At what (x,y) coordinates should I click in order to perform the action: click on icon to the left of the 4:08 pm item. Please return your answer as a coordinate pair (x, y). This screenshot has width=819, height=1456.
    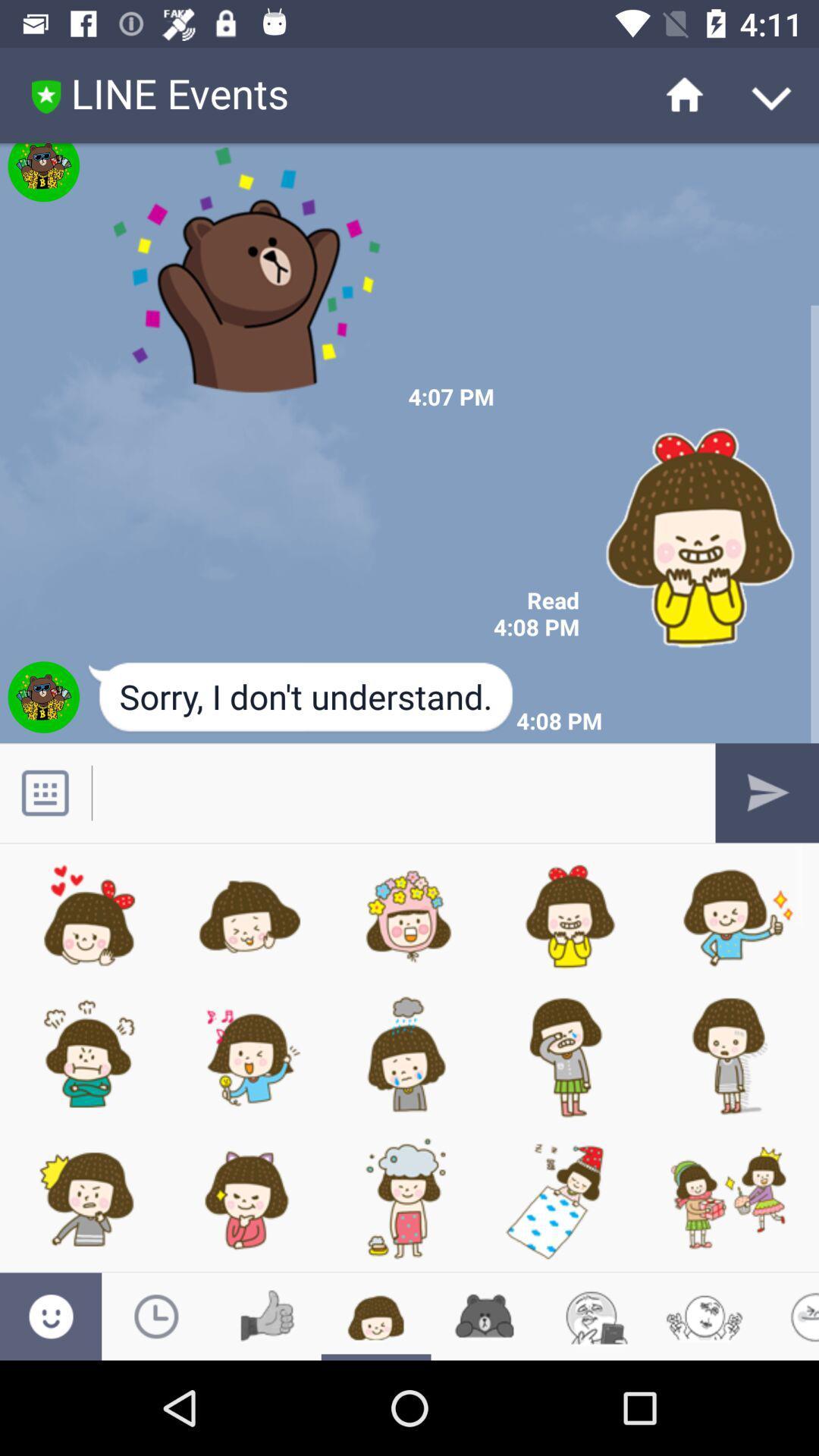
    Looking at the image, I should click on (302, 698).